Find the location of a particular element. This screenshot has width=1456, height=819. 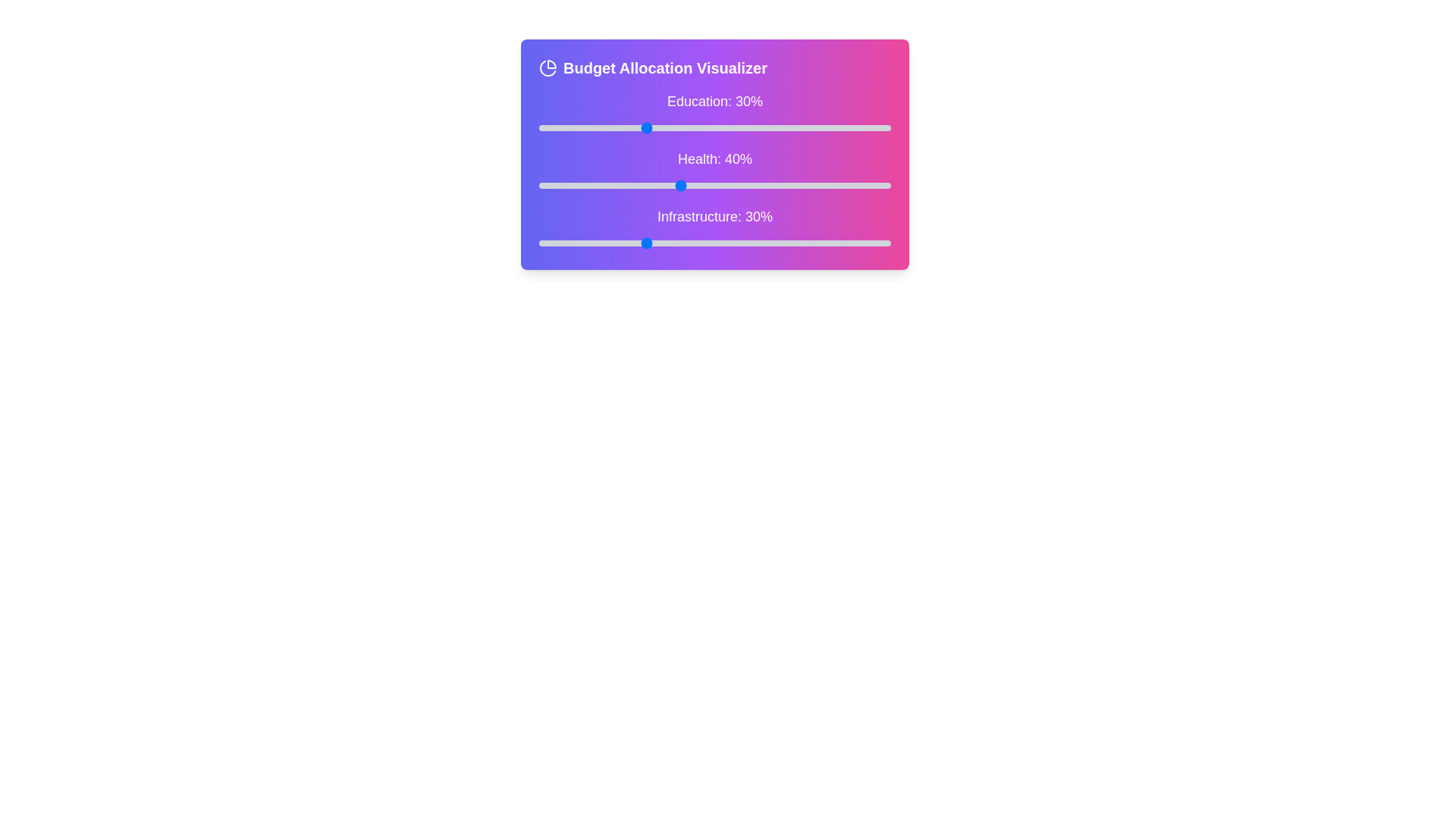

the Education budget is located at coordinates (799, 127).